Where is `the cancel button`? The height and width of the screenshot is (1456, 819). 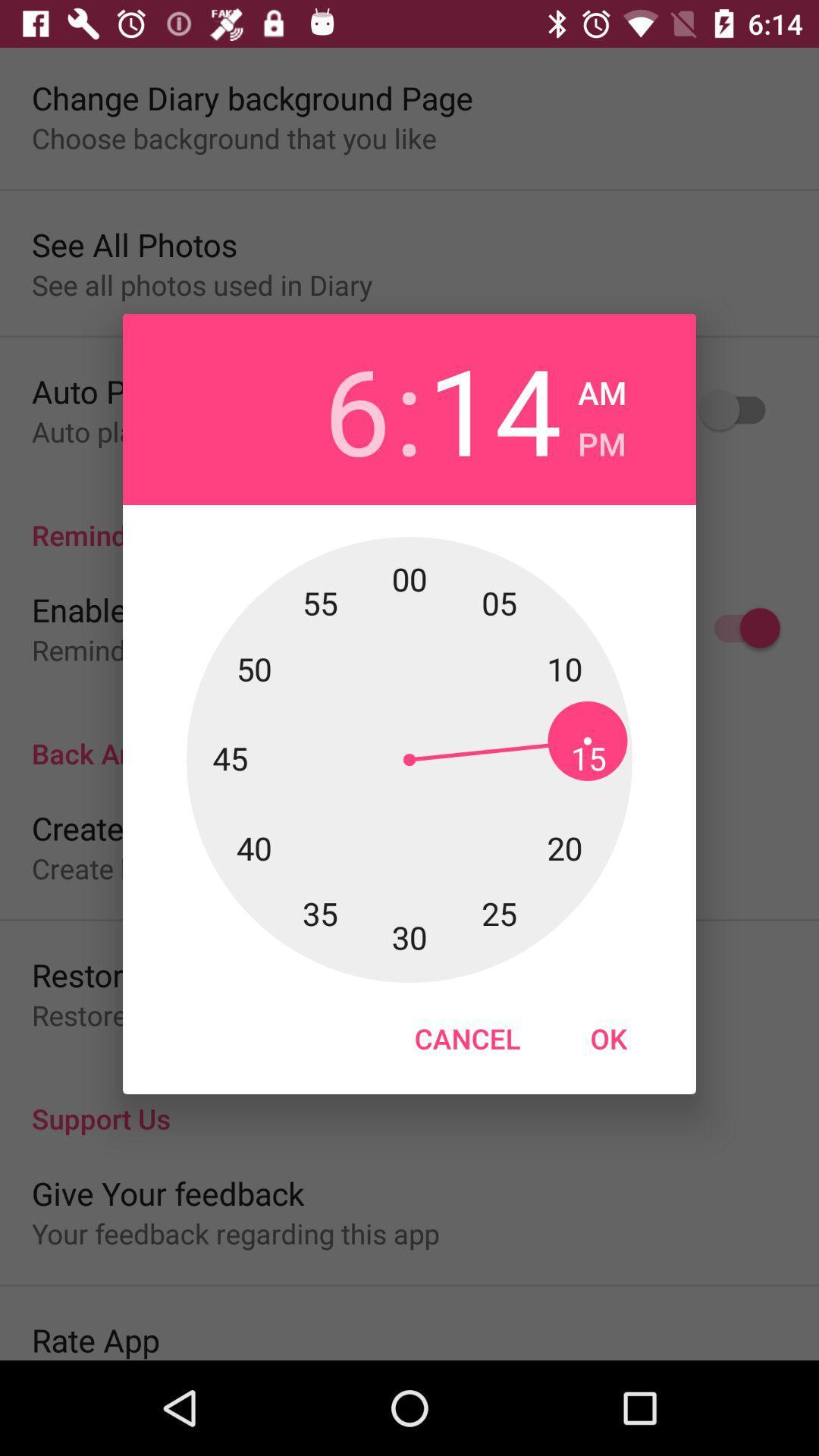 the cancel button is located at coordinates (466, 1037).